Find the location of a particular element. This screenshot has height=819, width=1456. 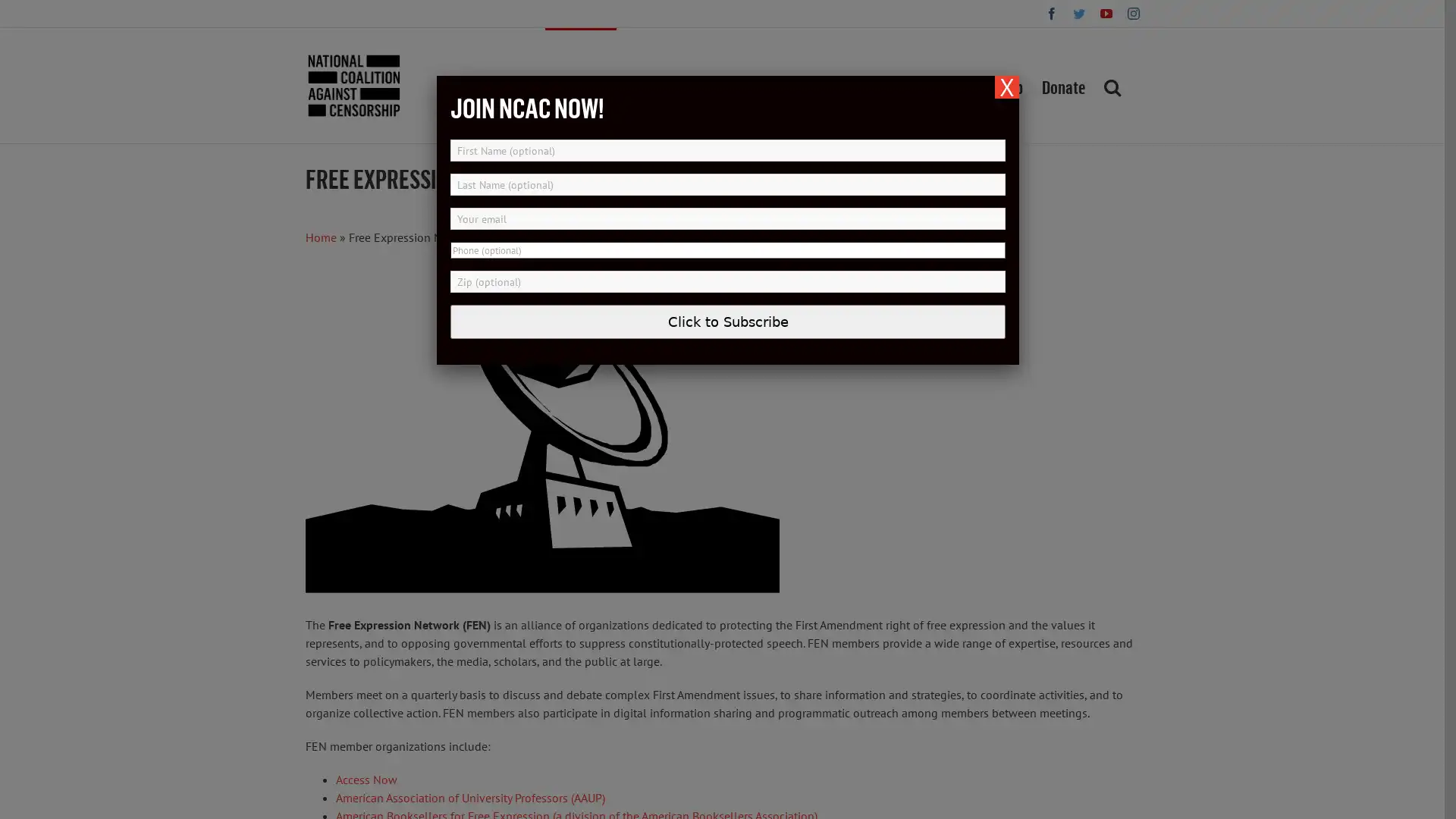

Search is located at coordinates (1111, 85).